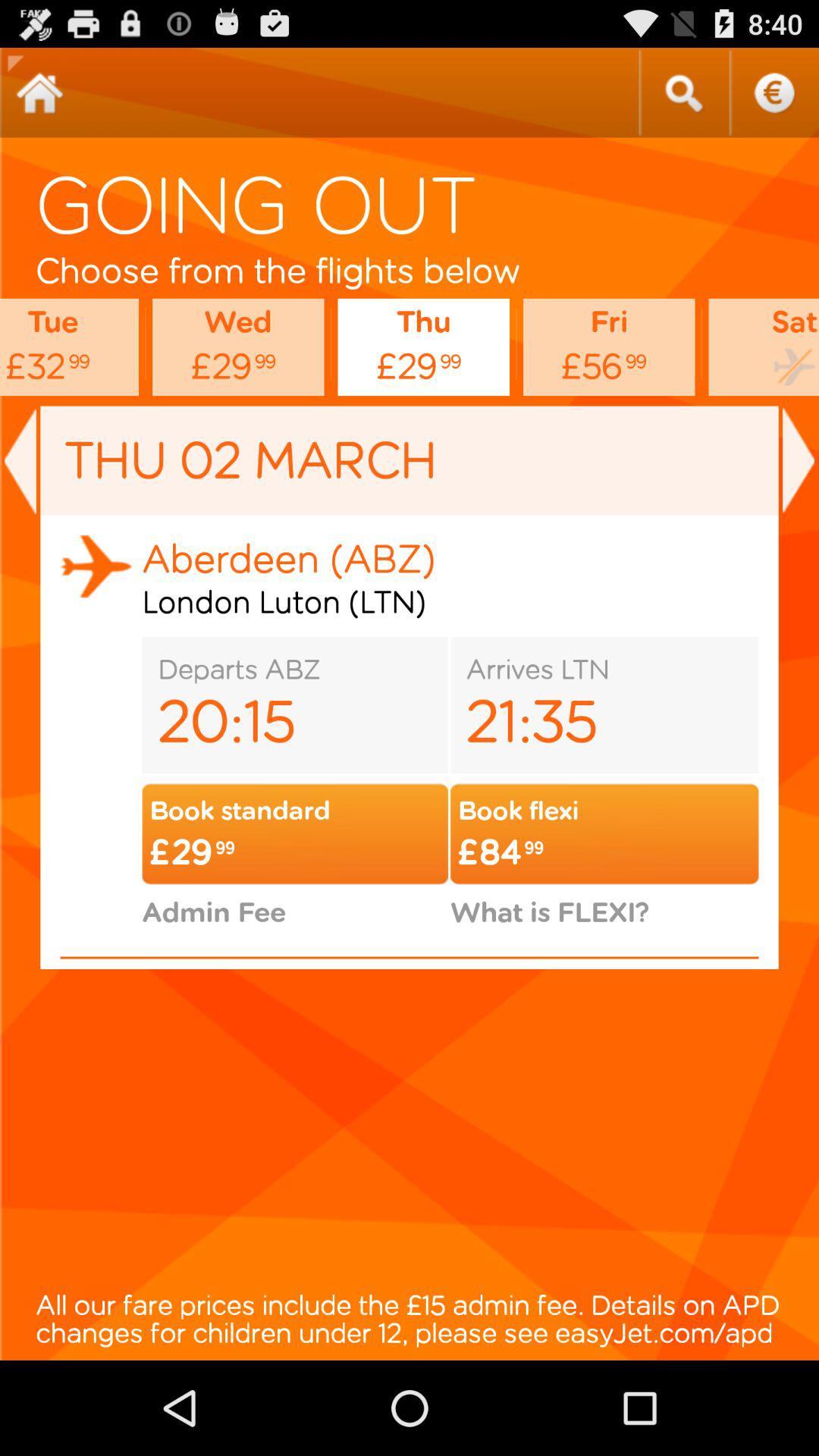  Describe the element at coordinates (773, 92) in the screenshot. I see `change currency` at that location.